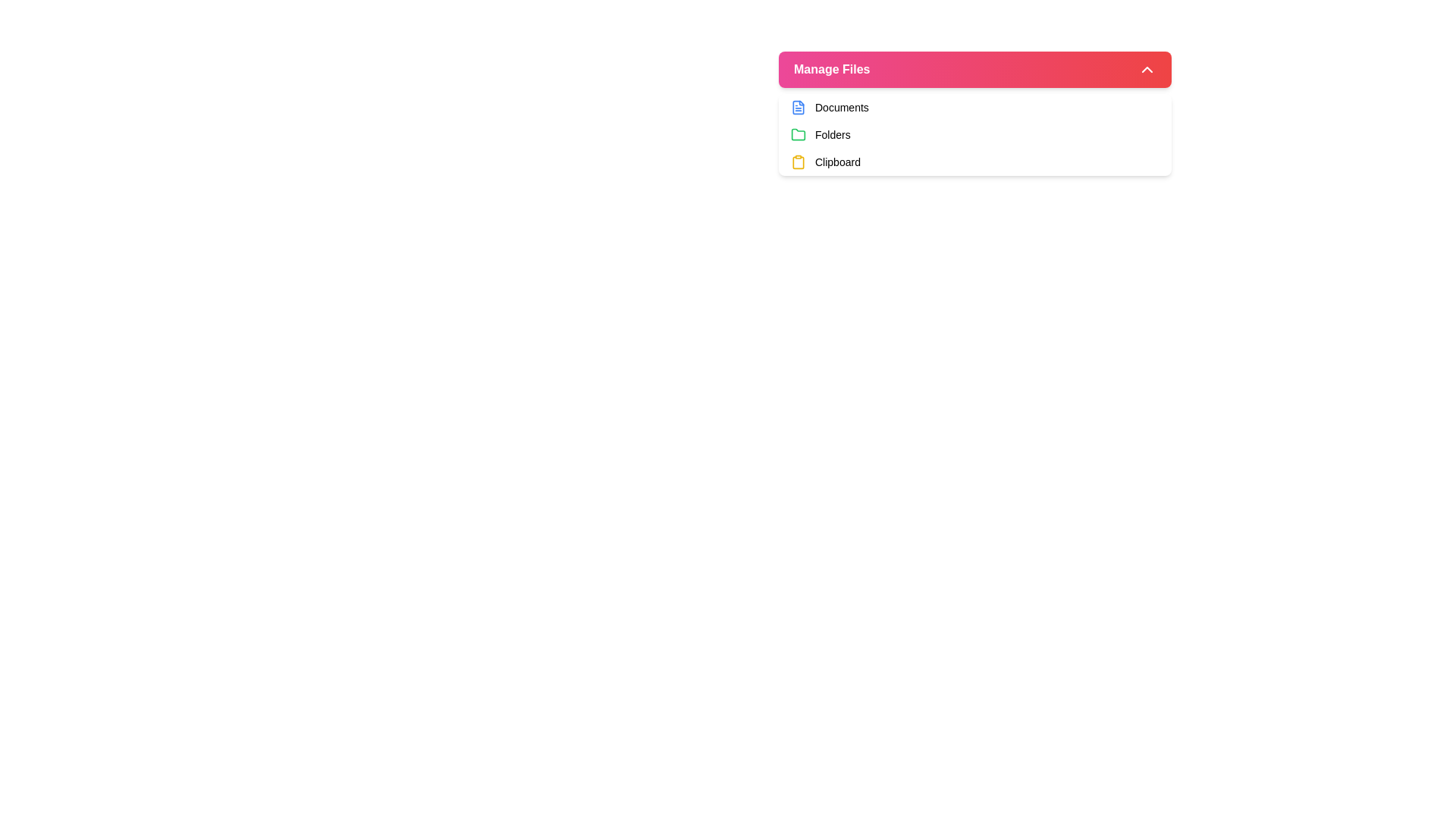 This screenshot has height=819, width=1456. What do you see at coordinates (975, 107) in the screenshot?
I see `the first navigation list item under 'Manage Files' labeled 'Documents'` at bounding box center [975, 107].